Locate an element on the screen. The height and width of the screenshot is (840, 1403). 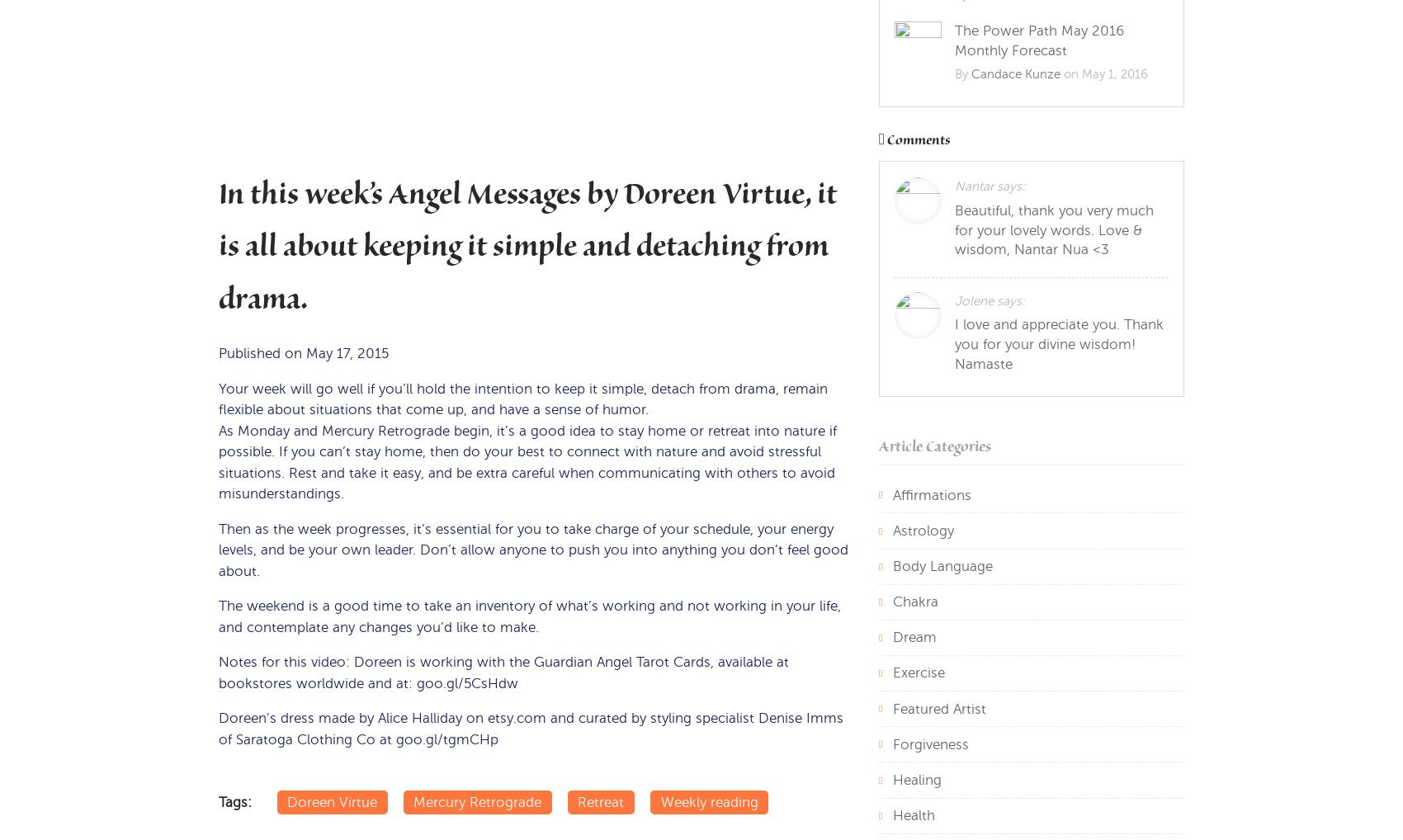
'Health' is located at coordinates (914, 814).